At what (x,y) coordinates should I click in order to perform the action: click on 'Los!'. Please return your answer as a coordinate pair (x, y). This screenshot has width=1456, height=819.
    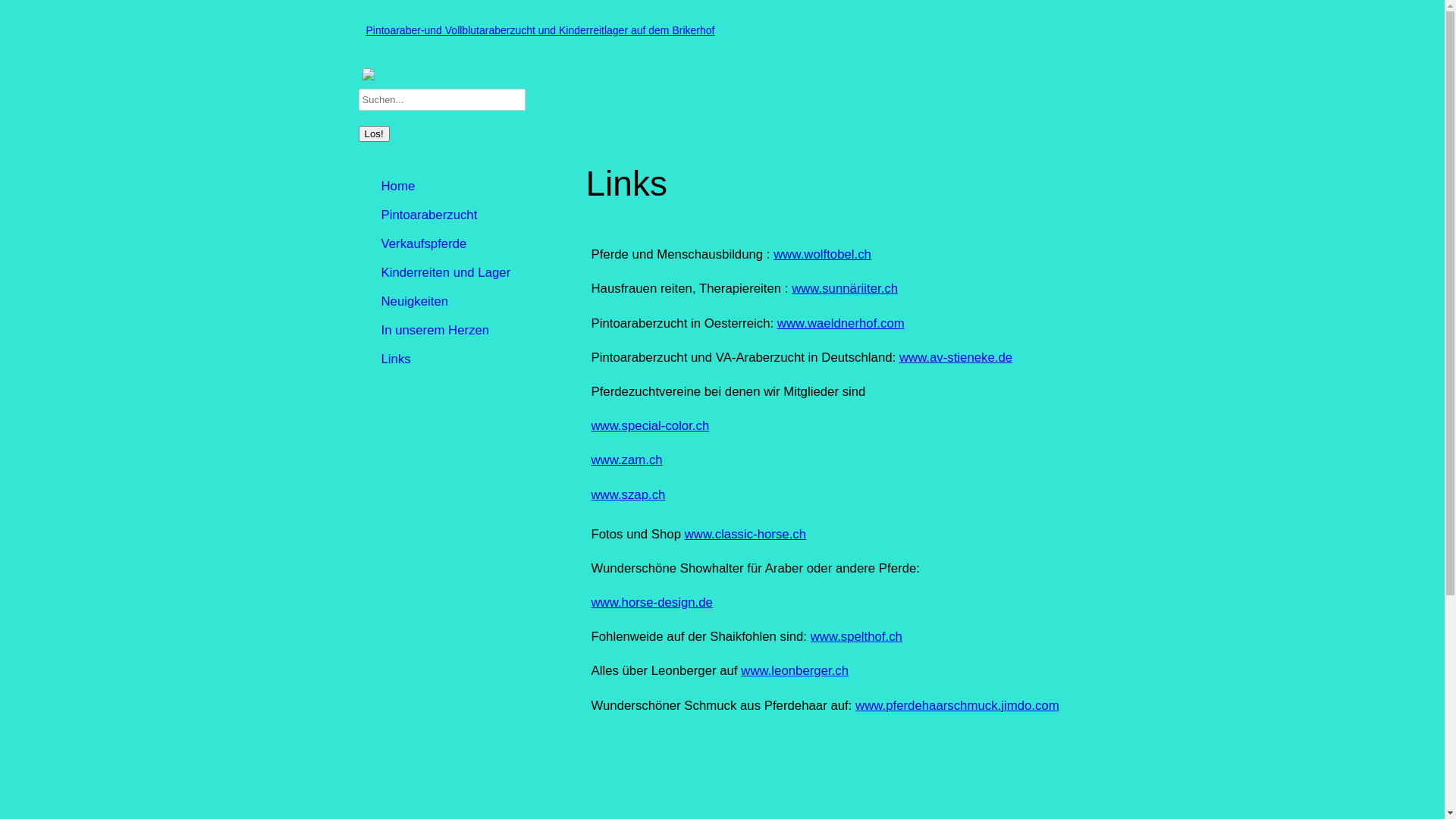
    Looking at the image, I should click on (373, 133).